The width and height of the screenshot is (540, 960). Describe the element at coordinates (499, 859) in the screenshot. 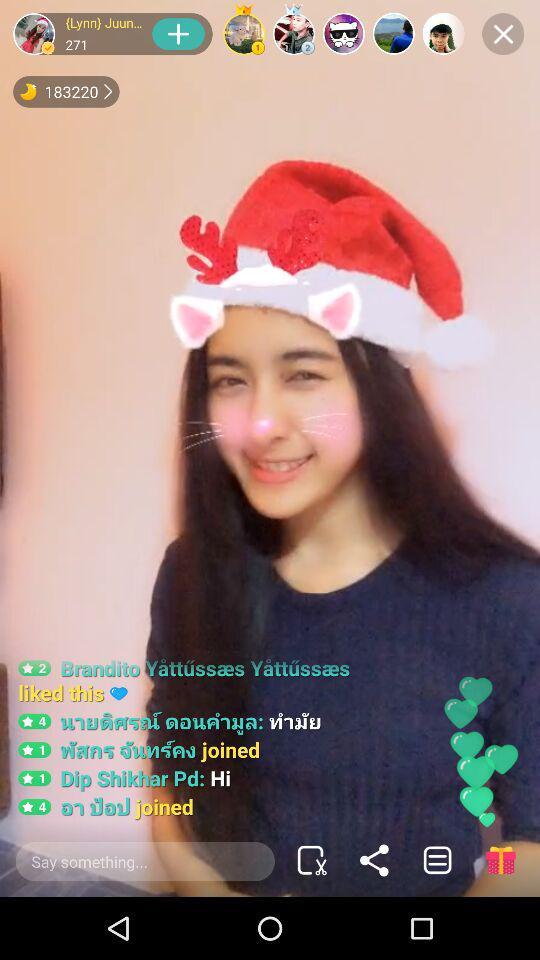

I see `the gift icon` at that location.